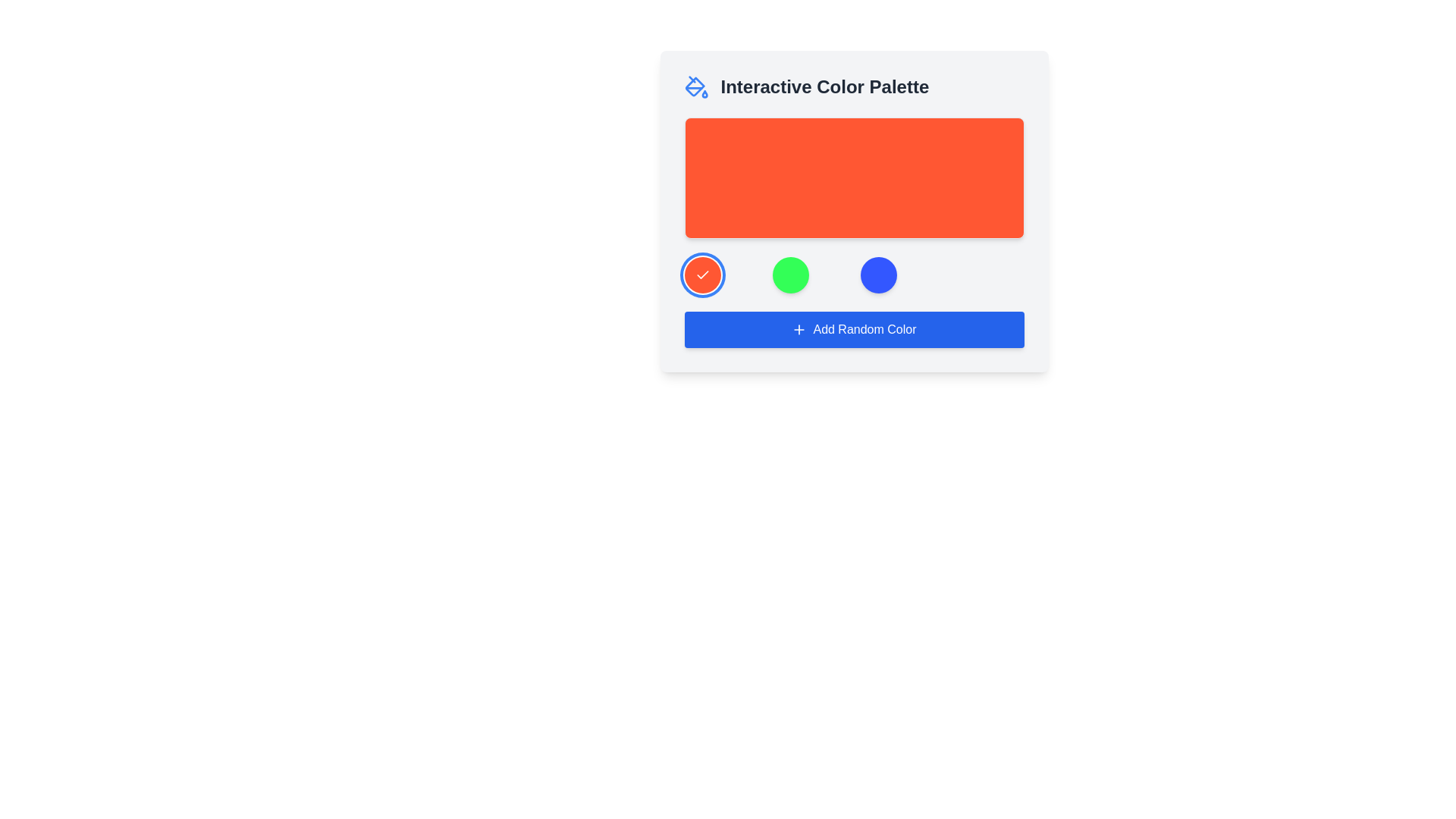  Describe the element at coordinates (878, 275) in the screenshot. I see `the circular blue button, which is the third element in a grid of four buttons` at that location.